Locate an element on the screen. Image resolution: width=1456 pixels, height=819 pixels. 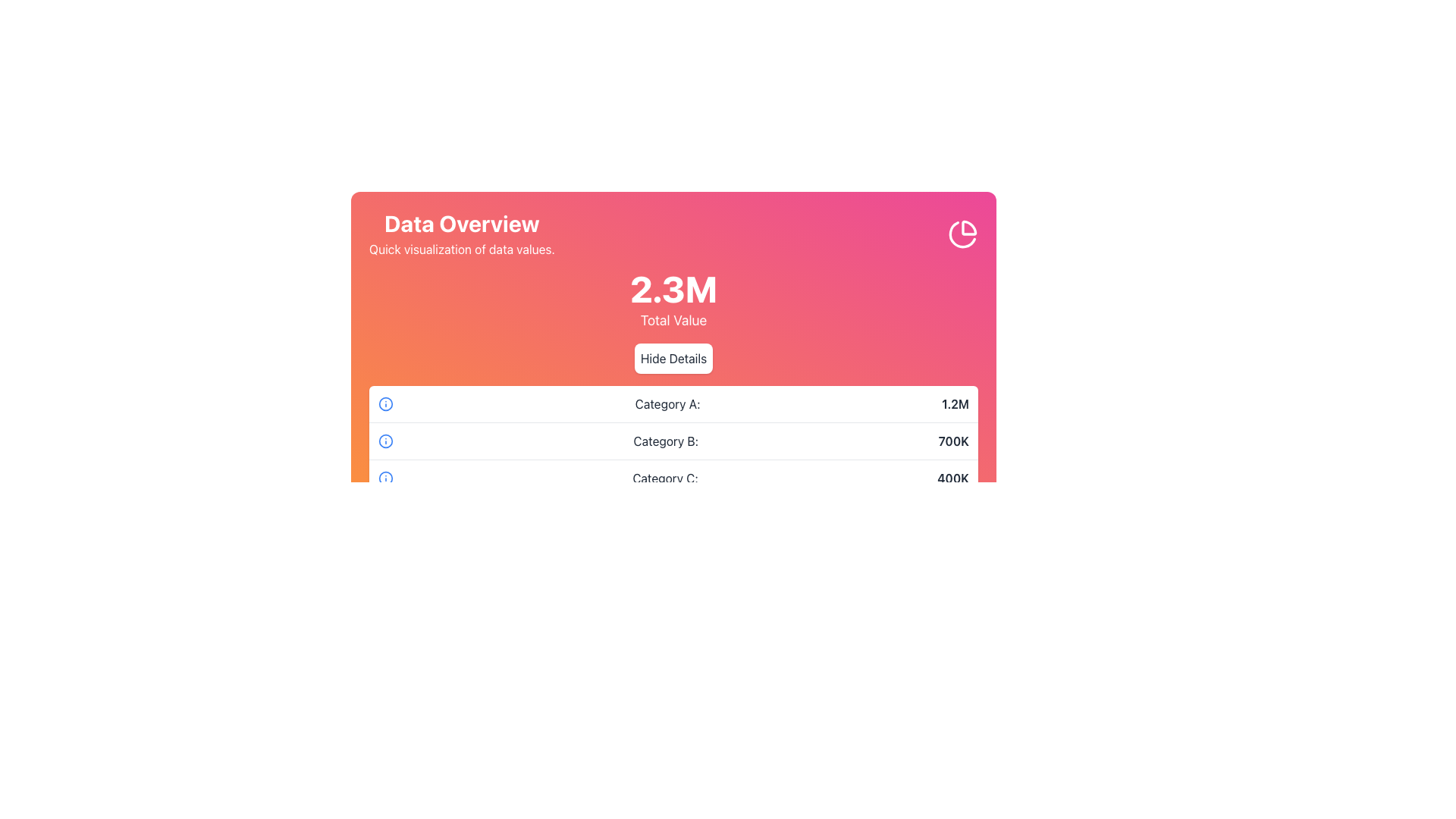
the text label that reads 'Quick visualization of data values.', positioned directly below the 'Data Overview' heading in the card or panel is located at coordinates (461, 248).